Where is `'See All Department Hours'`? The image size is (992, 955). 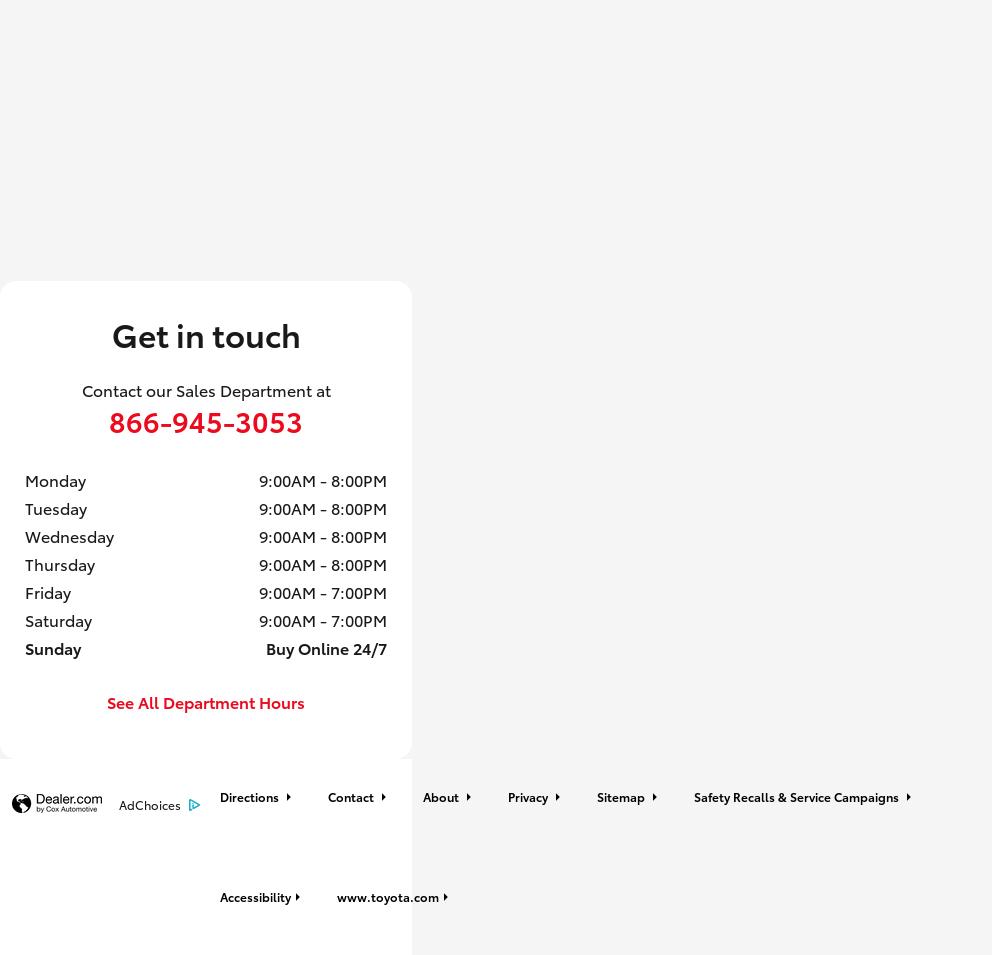
'See All Department Hours' is located at coordinates (205, 700).